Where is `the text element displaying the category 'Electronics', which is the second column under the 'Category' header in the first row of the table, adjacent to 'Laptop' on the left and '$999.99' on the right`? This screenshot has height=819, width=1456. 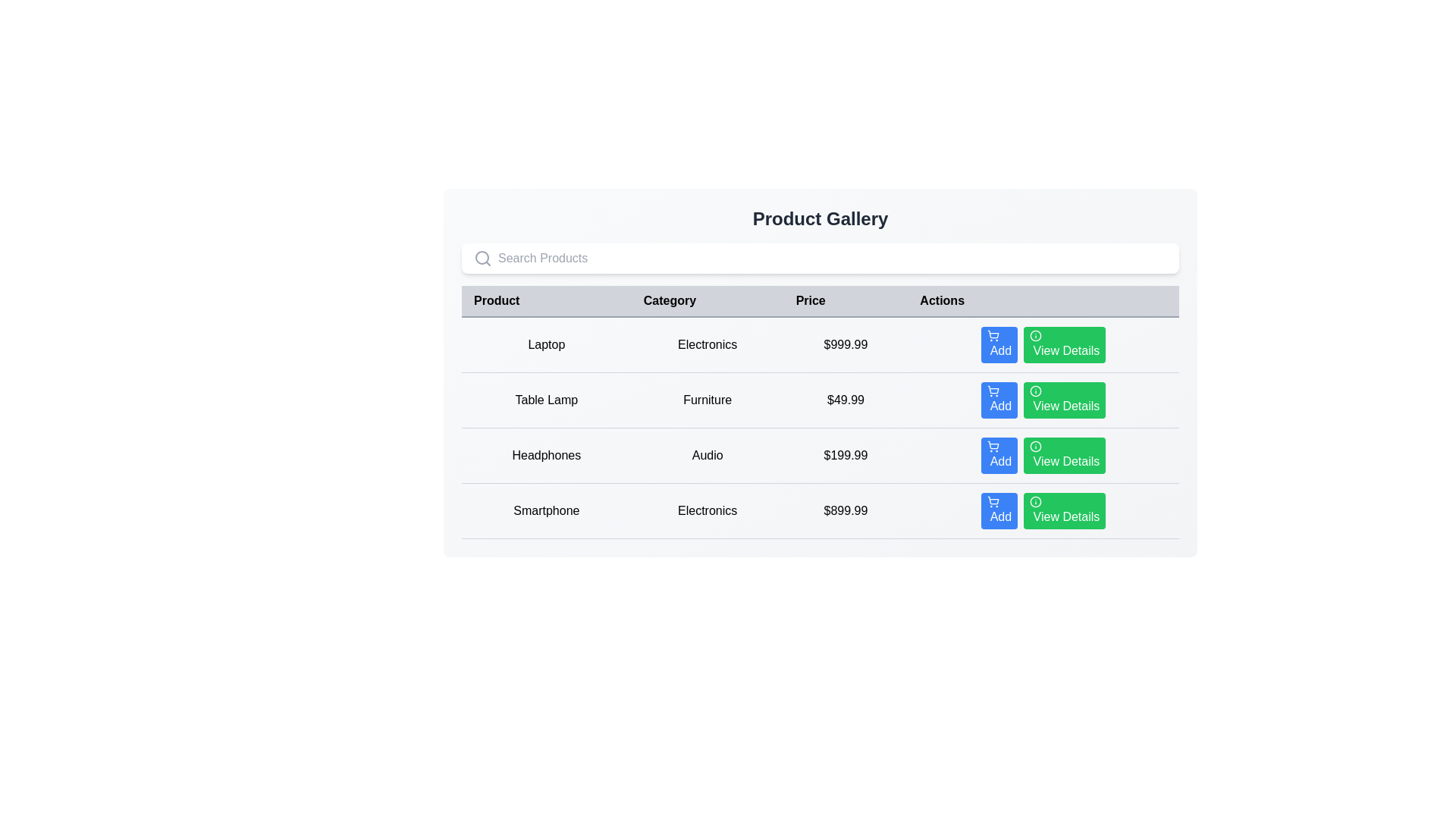 the text element displaying the category 'Electronics', which is the second column under the 'Category' header in the first row of the table, adjacent to 'Laptop' on the left and '$999.99' on the right is located at coordinates (707, 344).